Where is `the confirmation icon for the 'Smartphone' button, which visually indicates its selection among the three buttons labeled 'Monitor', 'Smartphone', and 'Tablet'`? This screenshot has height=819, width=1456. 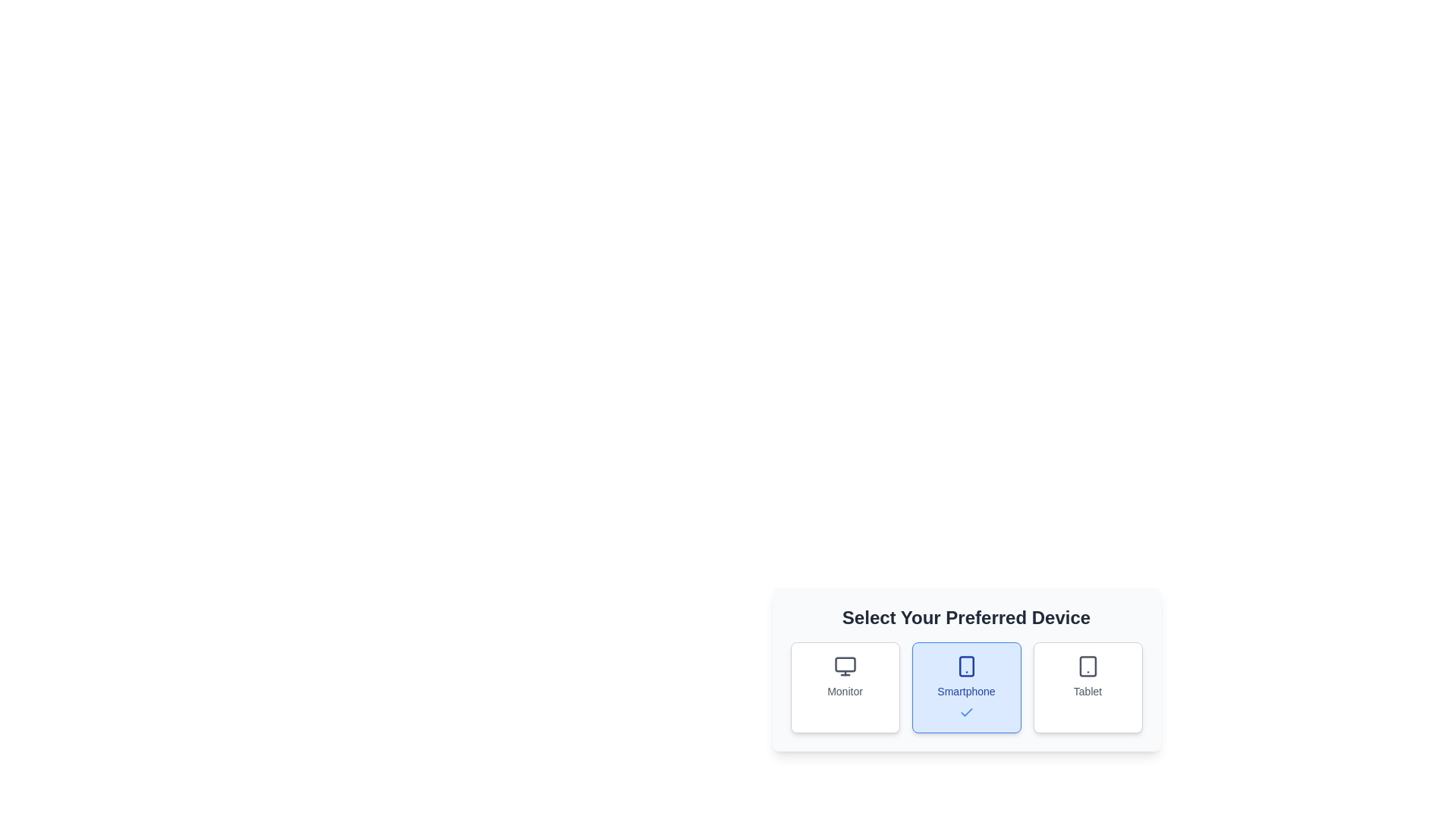
the confirmation icon for the 'Smartphone' button, which visually indicates its selection among the three buttons labeled 'Monitor', 'Smartphone', and 'Tablet' is located at coordinates (965, 712).